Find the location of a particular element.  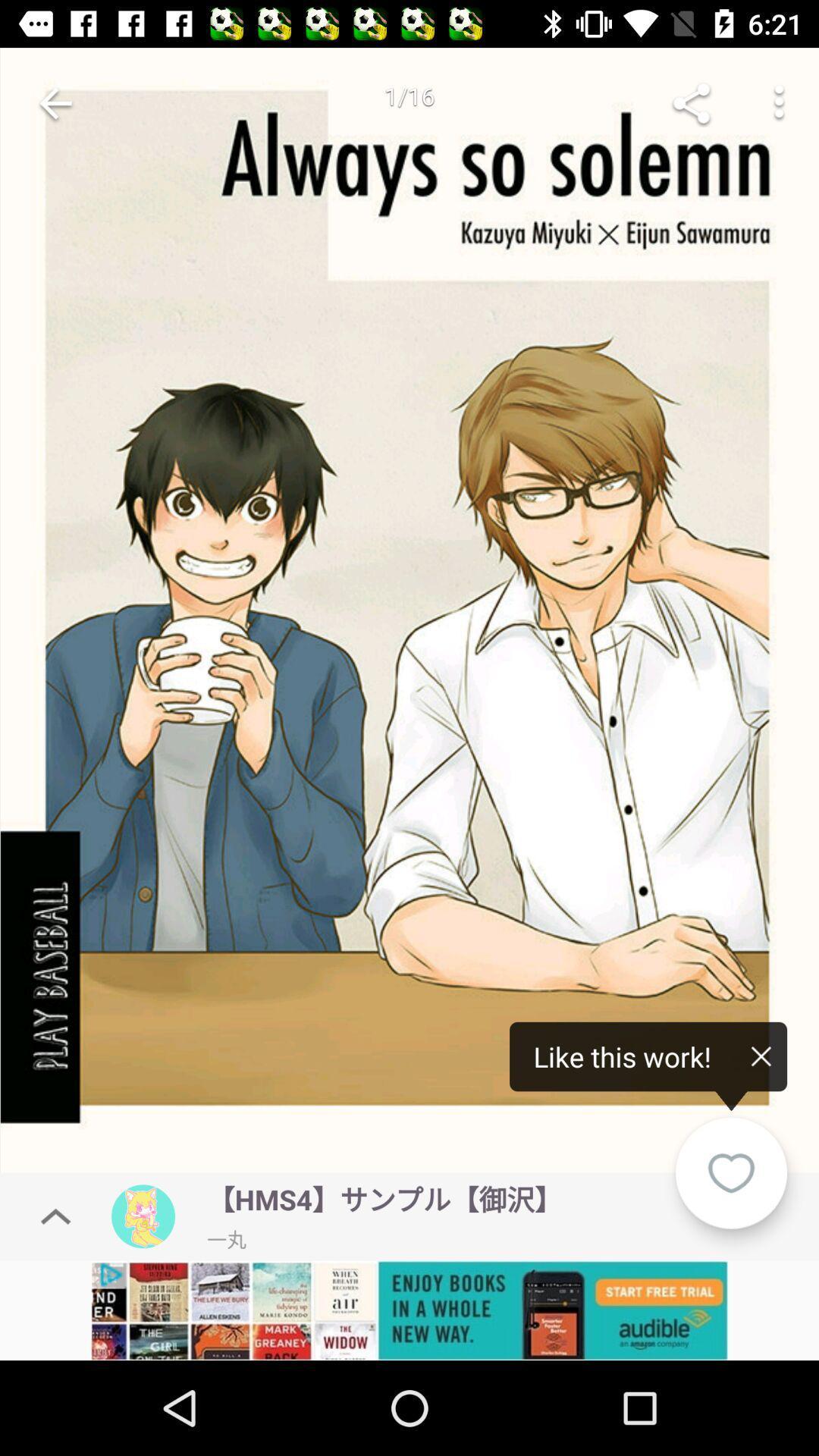

like it is located at coordinates (730, 1172).